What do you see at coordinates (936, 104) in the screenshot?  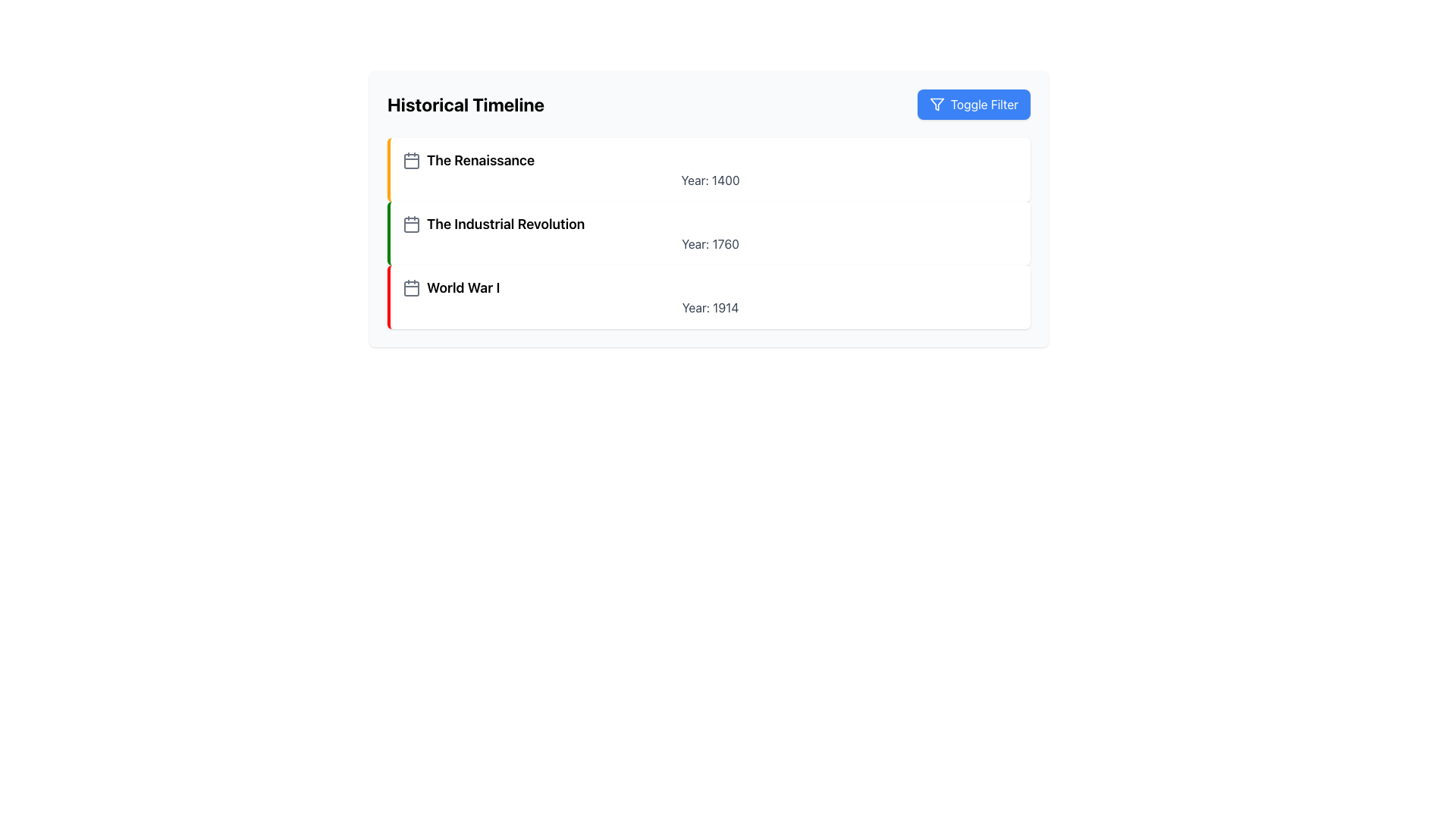 I see `the filtering icon within the 'Toggle Filter' button located at the top right section of the main timeline interface` at bounding box center [936, 104].